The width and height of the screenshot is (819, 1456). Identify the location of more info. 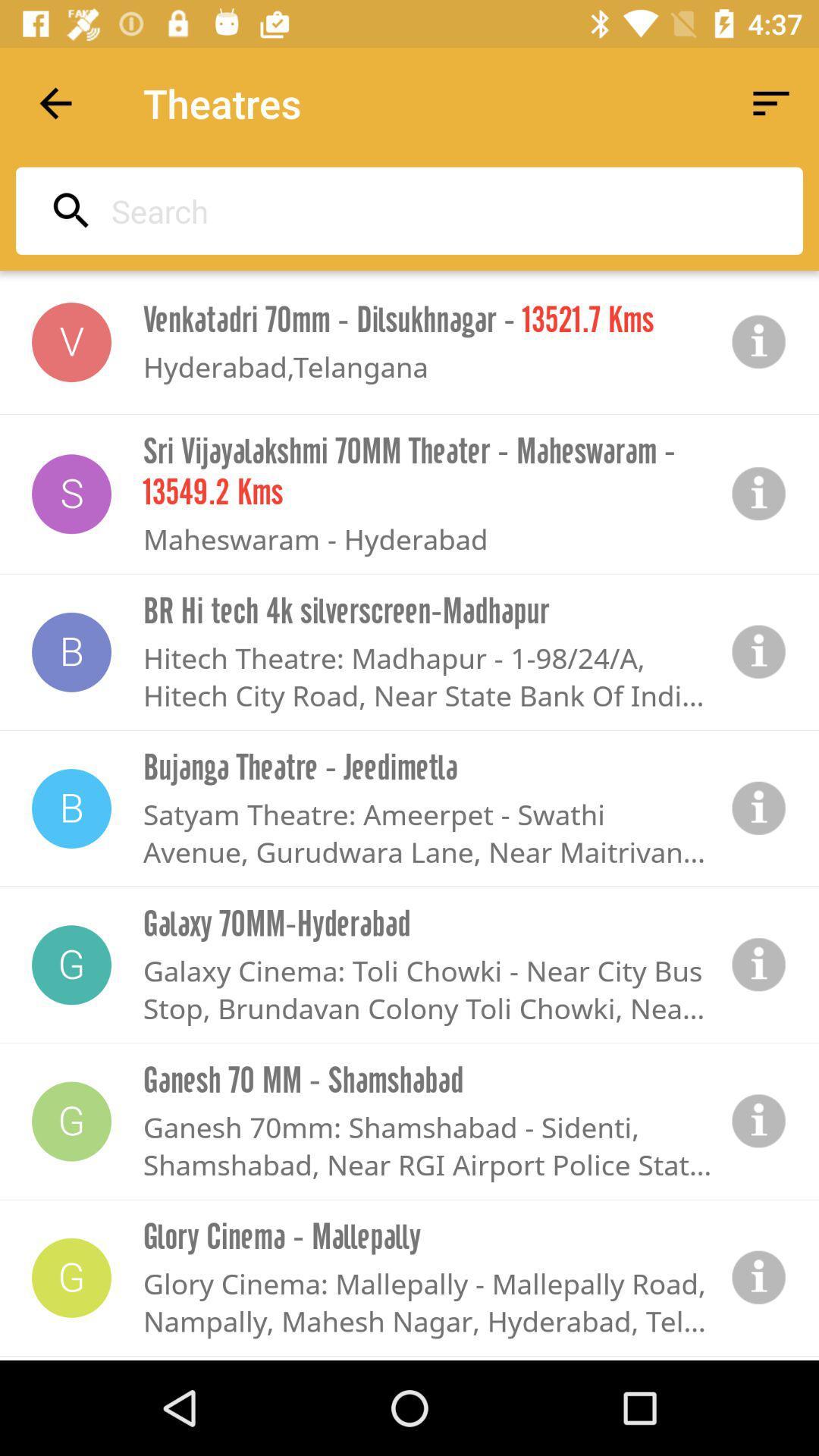
(759, 964).